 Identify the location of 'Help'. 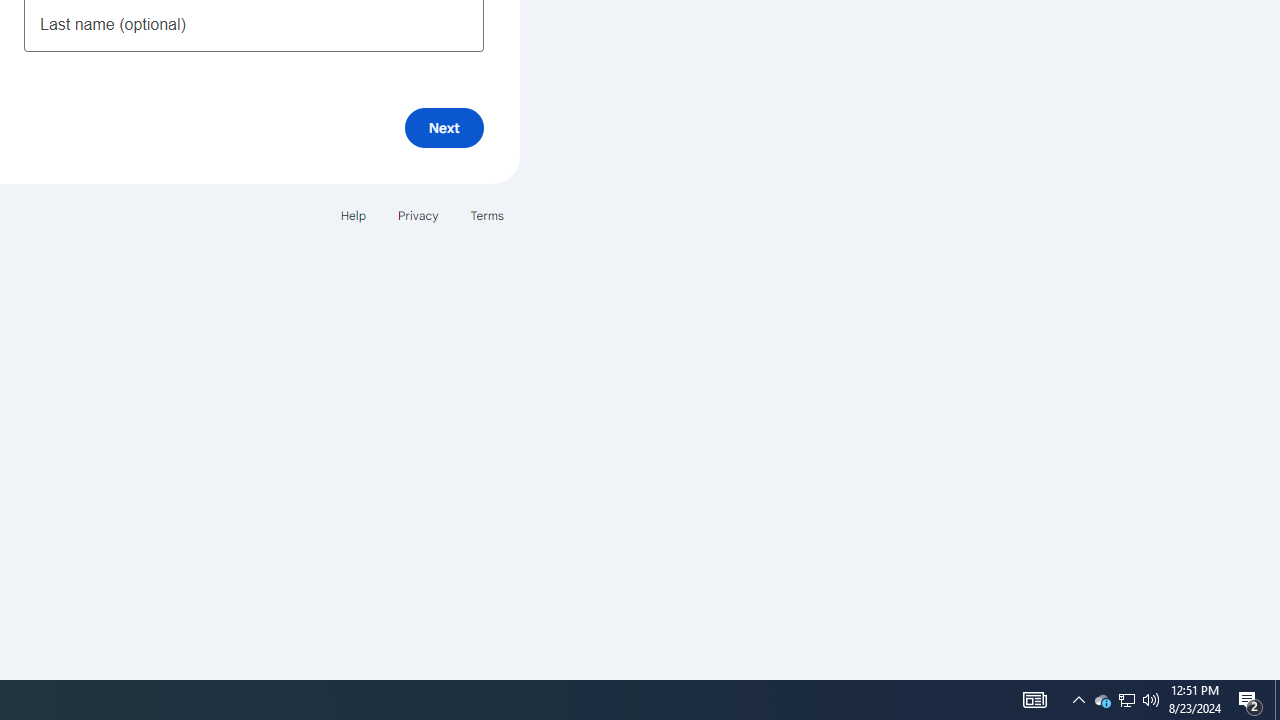
(352, 215).